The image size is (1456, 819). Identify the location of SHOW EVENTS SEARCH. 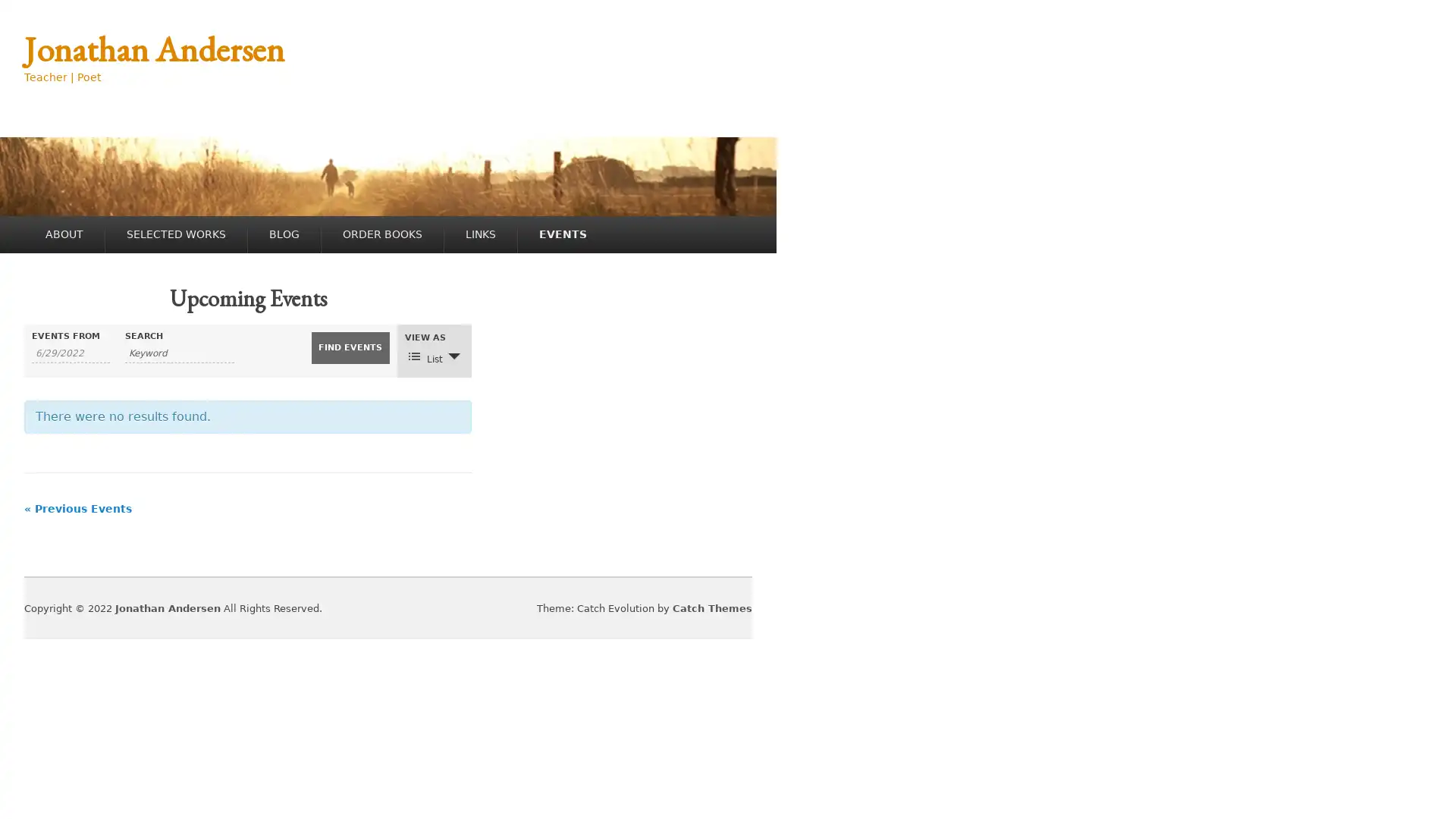
(247, 346).